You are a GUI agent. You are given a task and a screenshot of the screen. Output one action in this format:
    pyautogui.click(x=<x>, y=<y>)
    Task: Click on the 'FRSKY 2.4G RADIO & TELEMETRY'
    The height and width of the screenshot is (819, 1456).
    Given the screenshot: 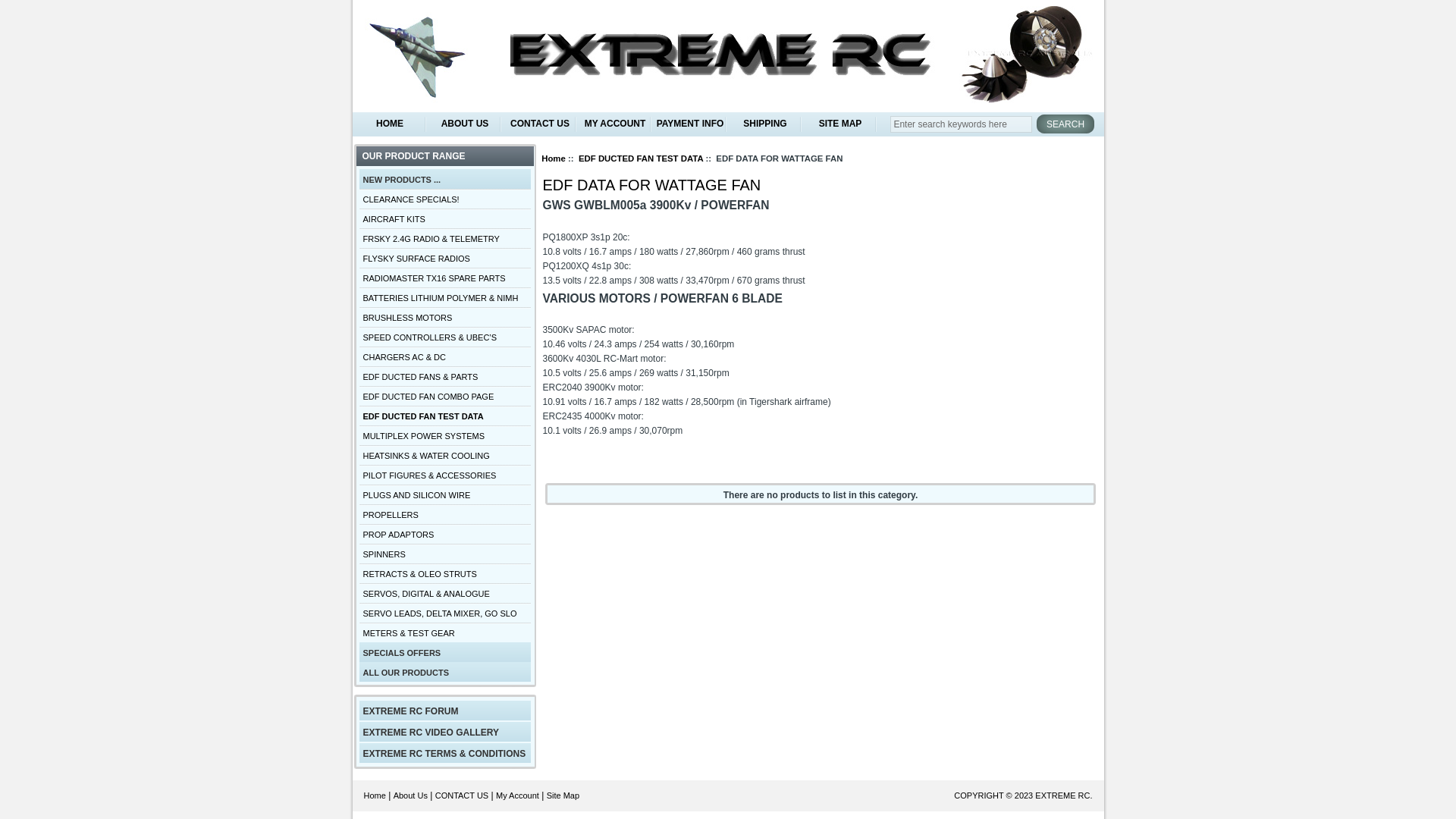 What is the action you would take?
    pyautogui.click(x=444, y=237)
    